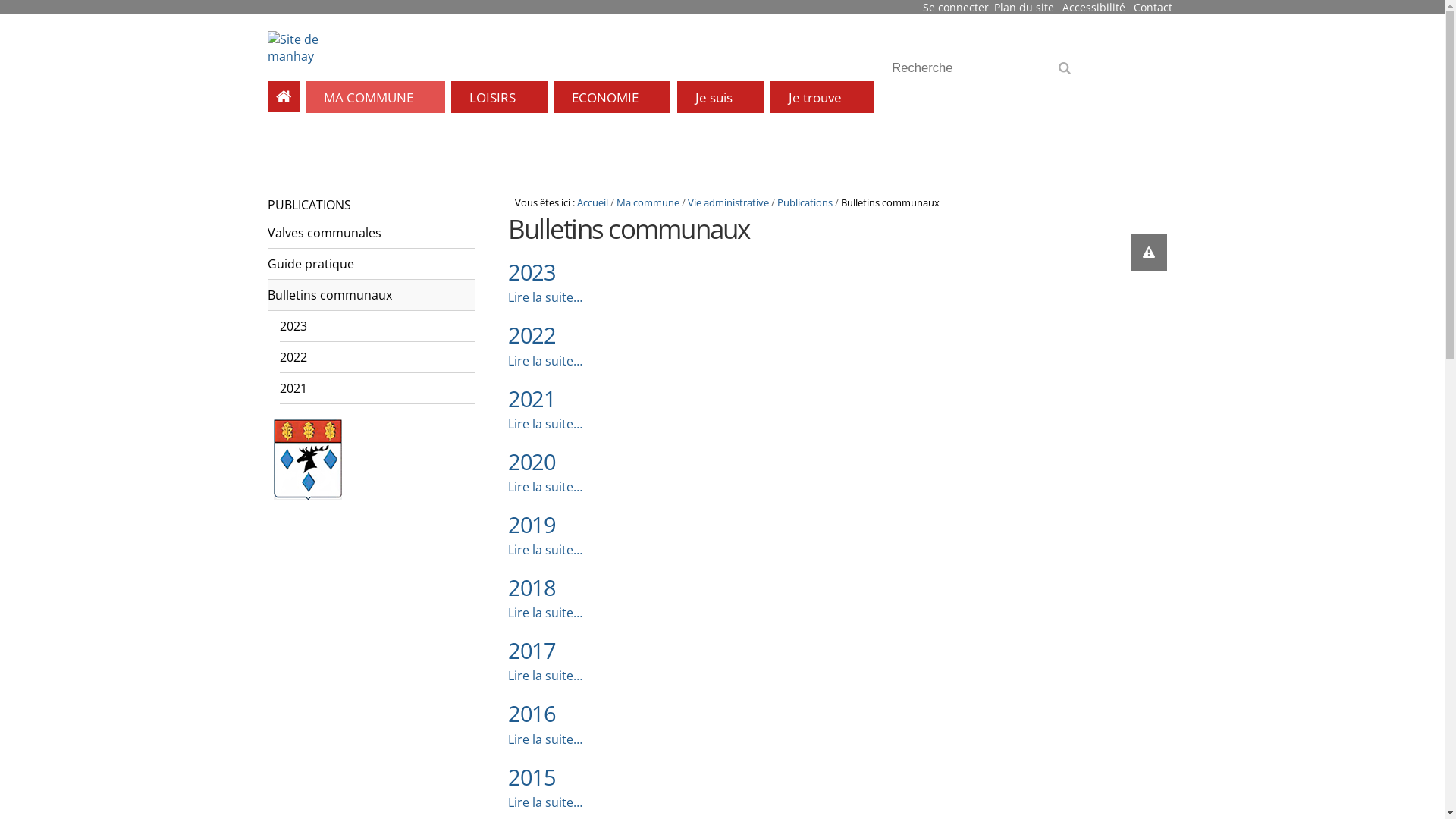 This screenshot has width=1456, height=819. Describe the element at coordinates (728, 201) in the screenshot. I see `'Vie administrative'` at that location.